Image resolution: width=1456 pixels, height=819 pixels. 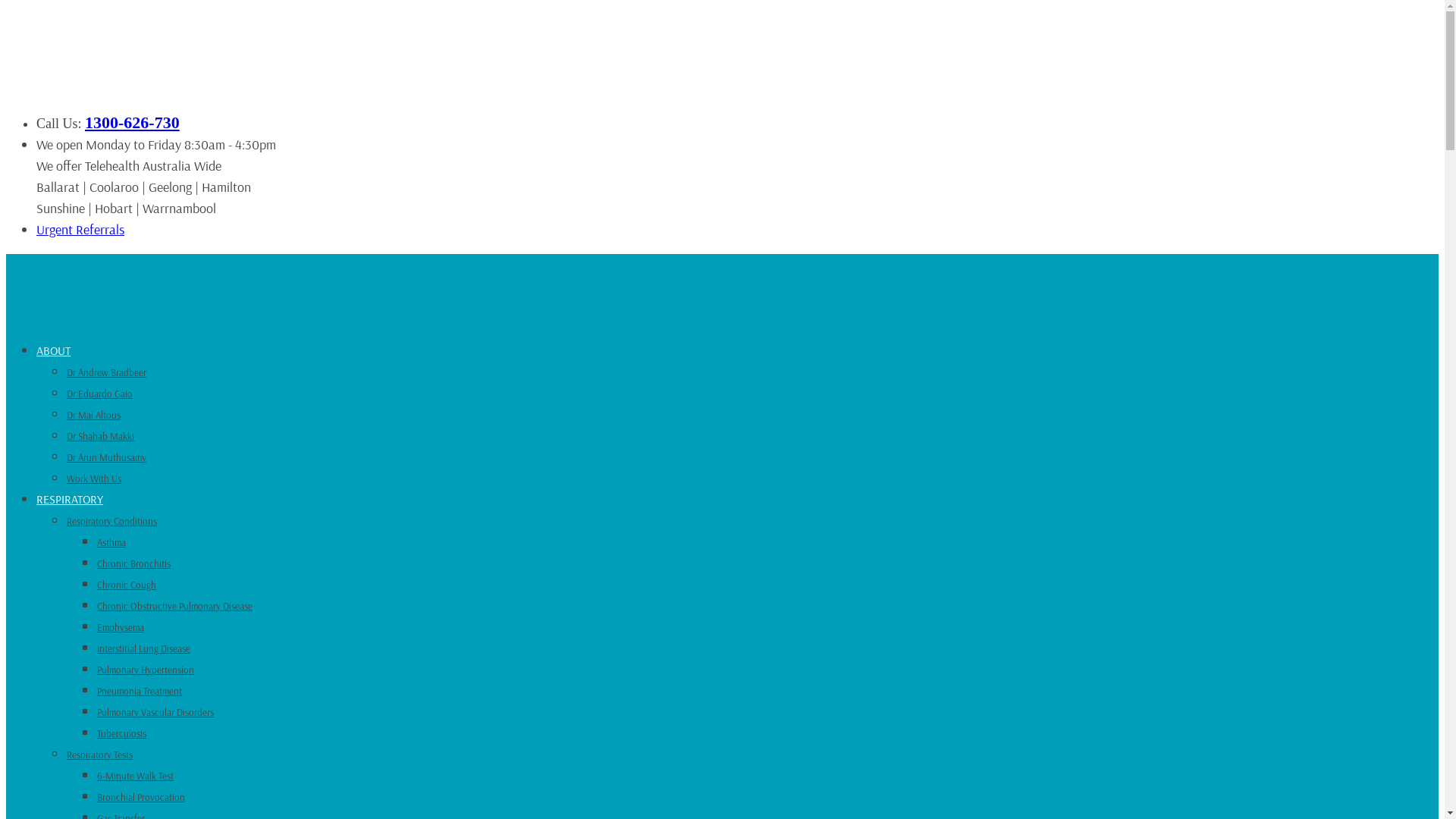 What do you see at coordinates (53, 350) in the screenshot?
I see `'ABOUT'` at bounding box center [53, 350].